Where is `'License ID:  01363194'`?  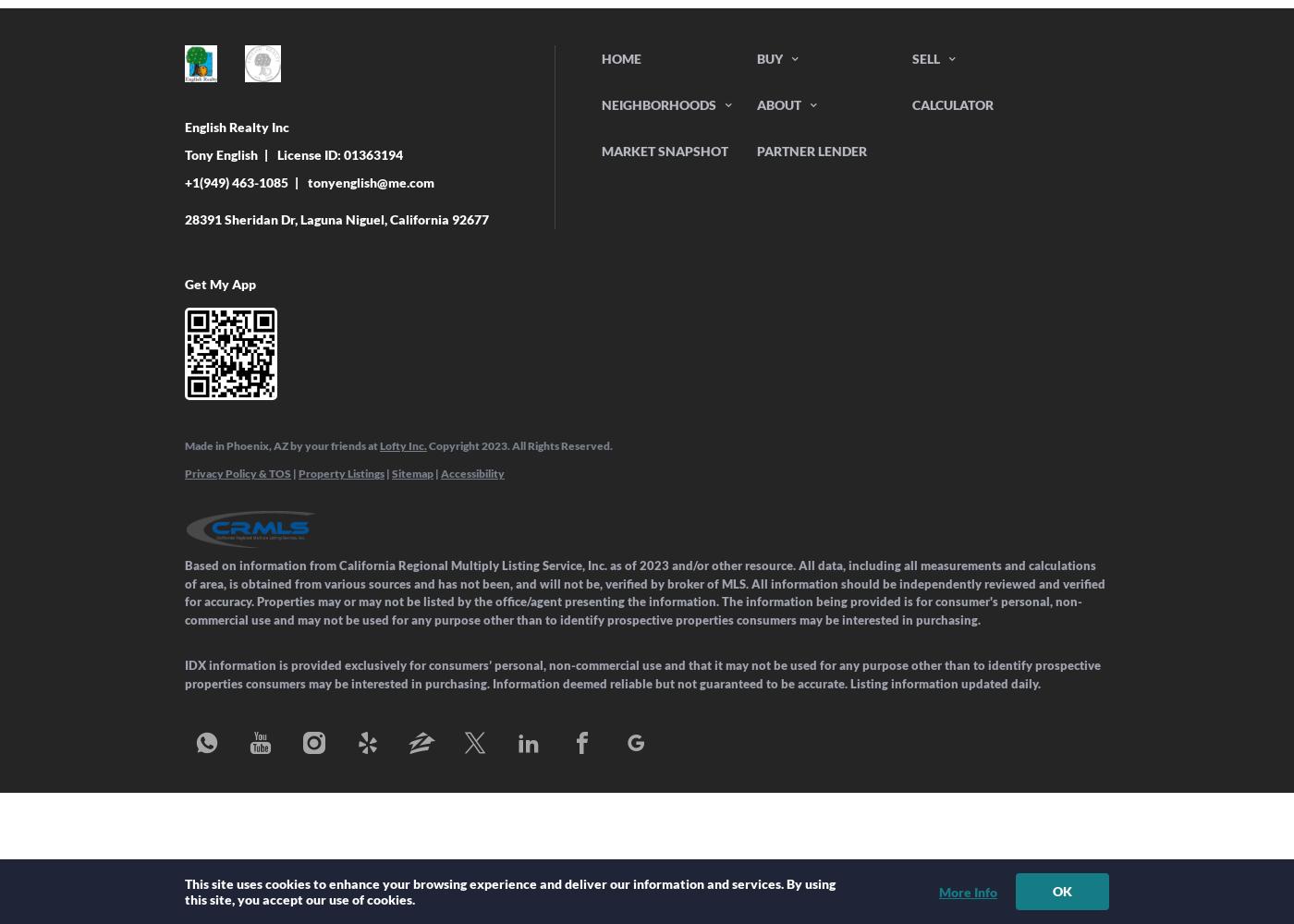
'License ID:  01363194' is located at coordinates (340, 154).